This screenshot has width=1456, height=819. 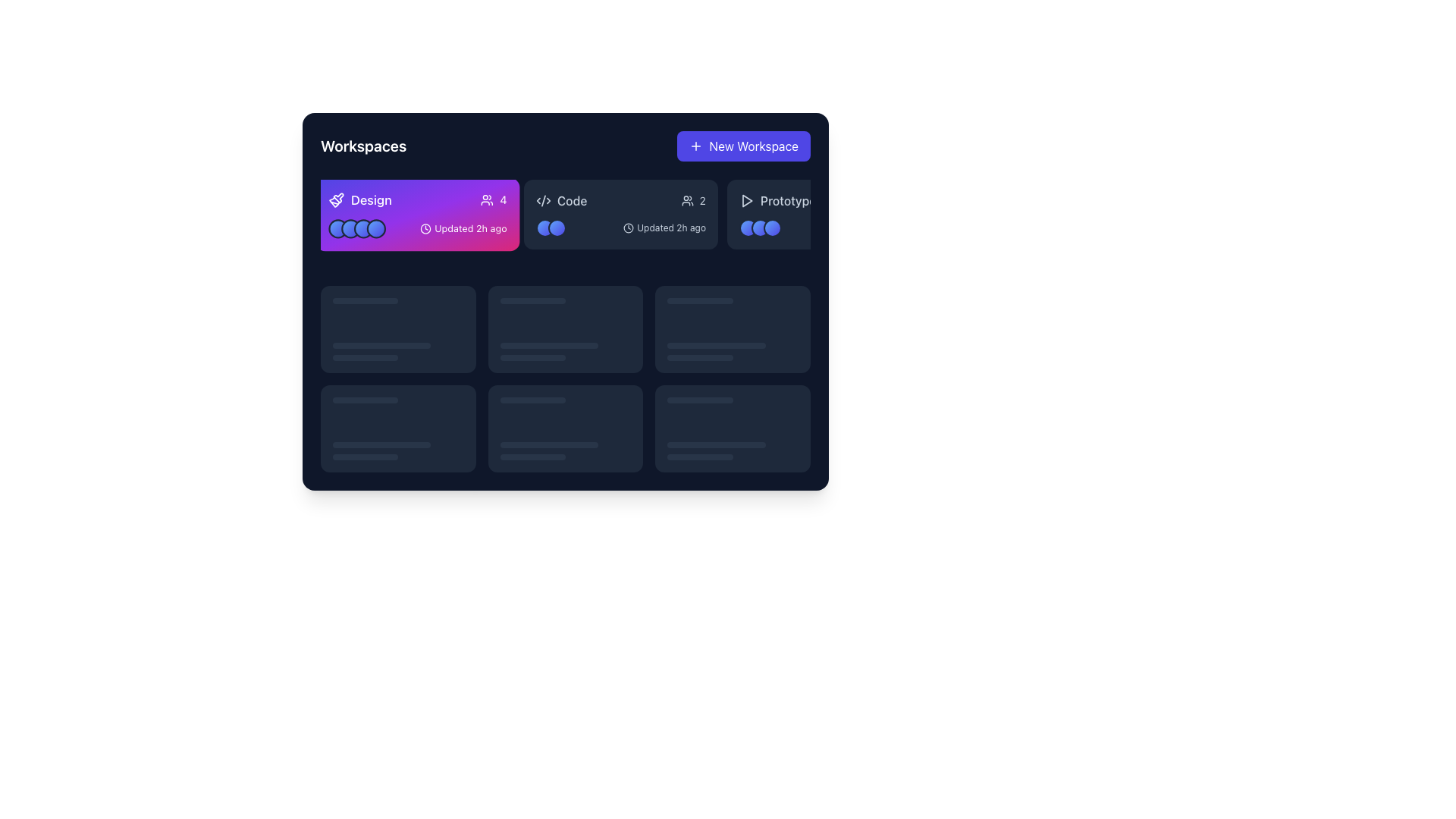 I want to click on the play icon located in the 'Prototype' workspace card, so click(x=747, y=200).